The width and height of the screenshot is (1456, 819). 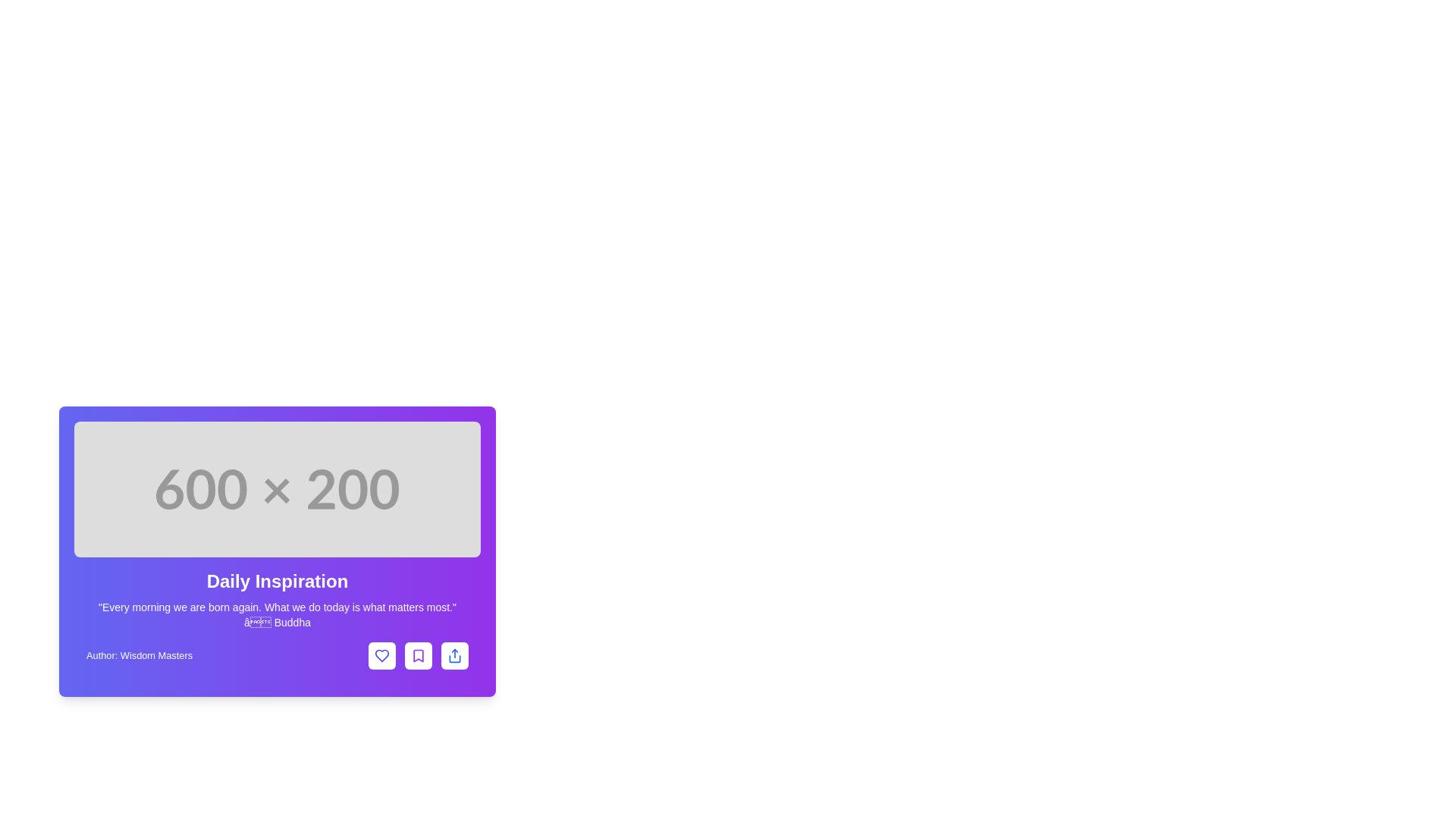 I want to click on the motivational quote text in the 'Daily Inspiration' section, located directly below the heading and above the author's information, so click(x=277, y=614).